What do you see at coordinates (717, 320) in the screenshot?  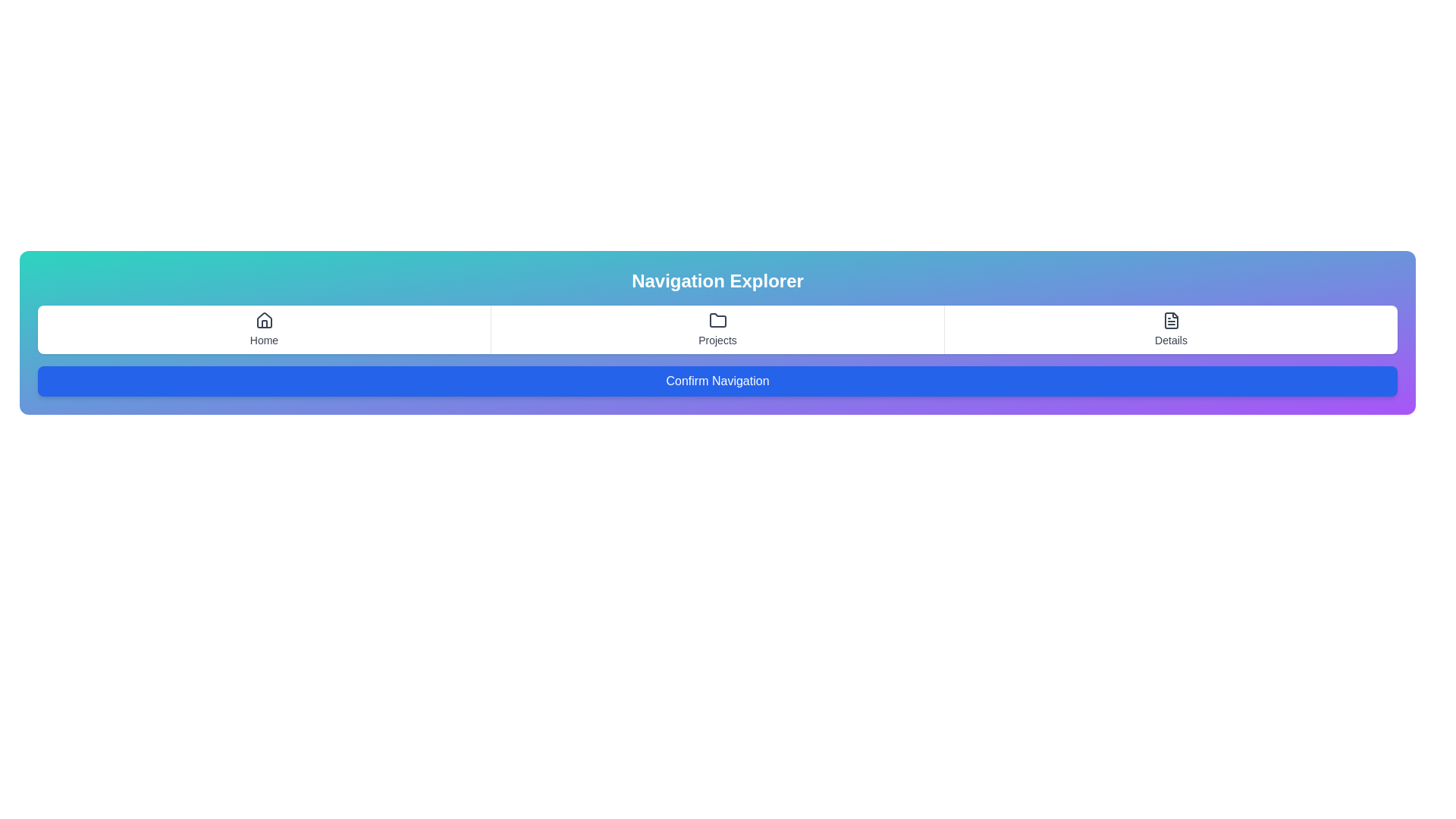 I see `the 'Projects' icon in the navigation menu` at bounding box center [717, 320].